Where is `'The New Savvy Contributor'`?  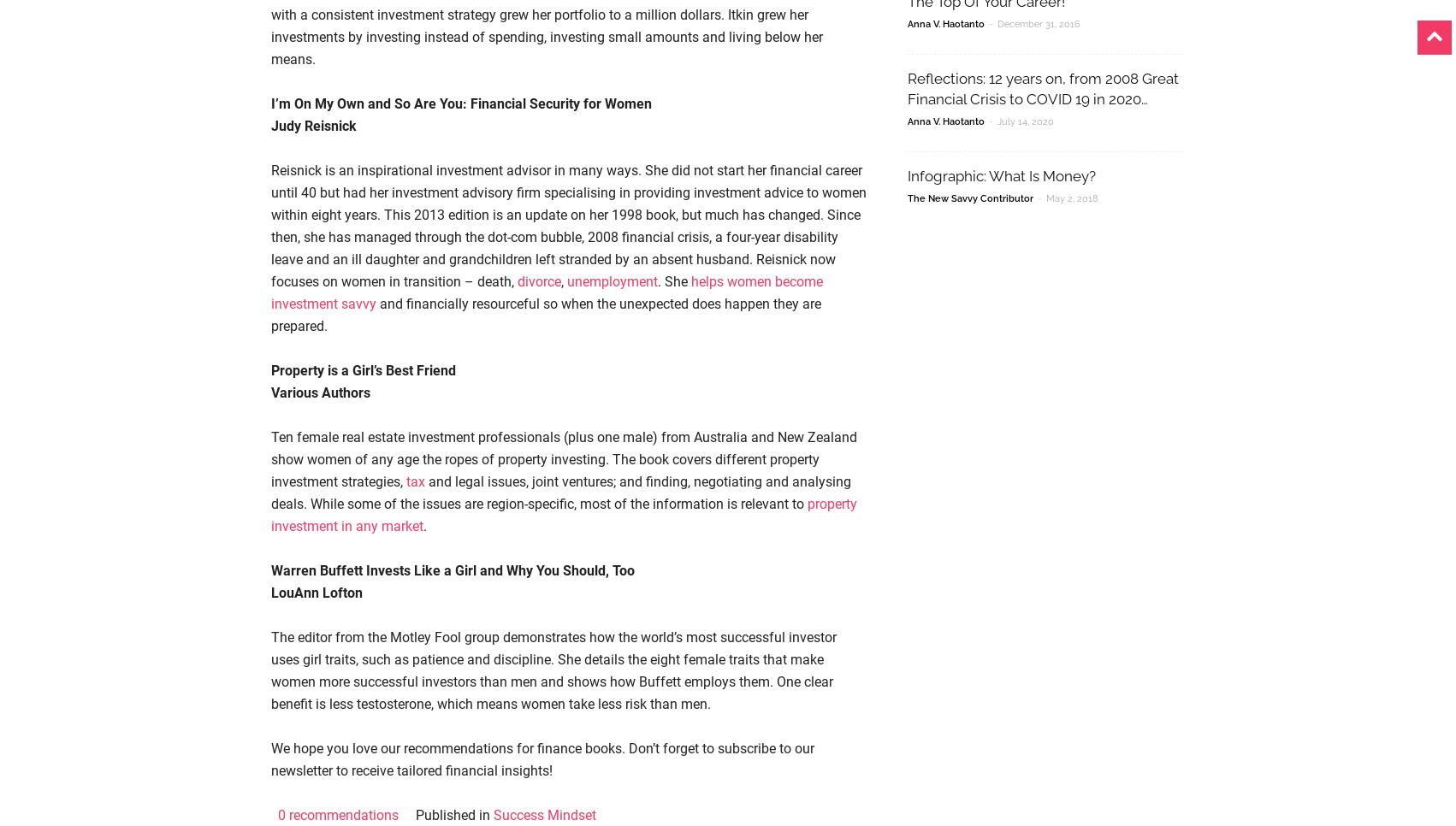 'The New Savvy Contributor' is located at coordinates (969, 198).